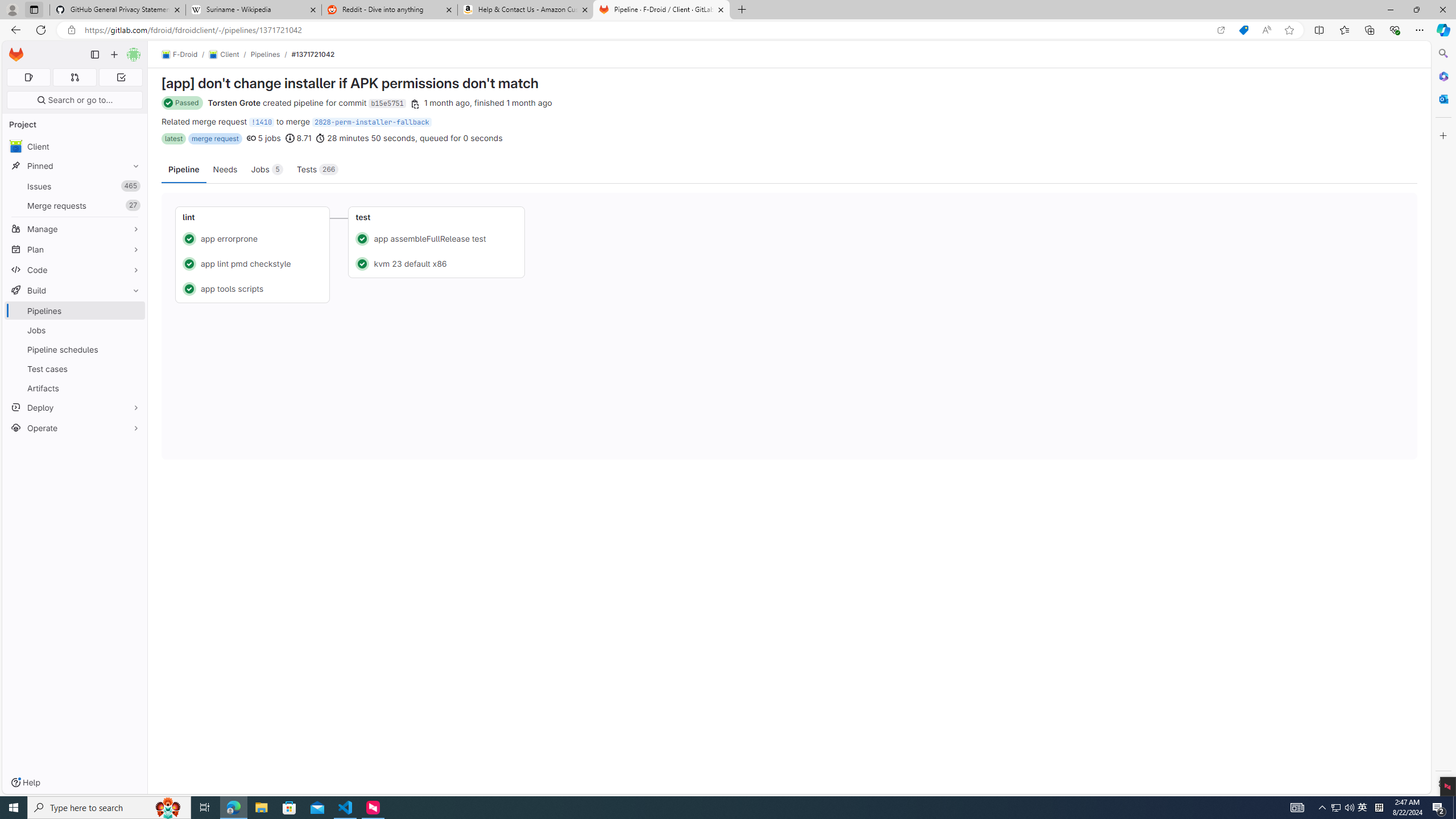 The width and height of the screenshot is (1456, 819). I want to click on 'Pin Pipeline schedules', so click(133, 349).